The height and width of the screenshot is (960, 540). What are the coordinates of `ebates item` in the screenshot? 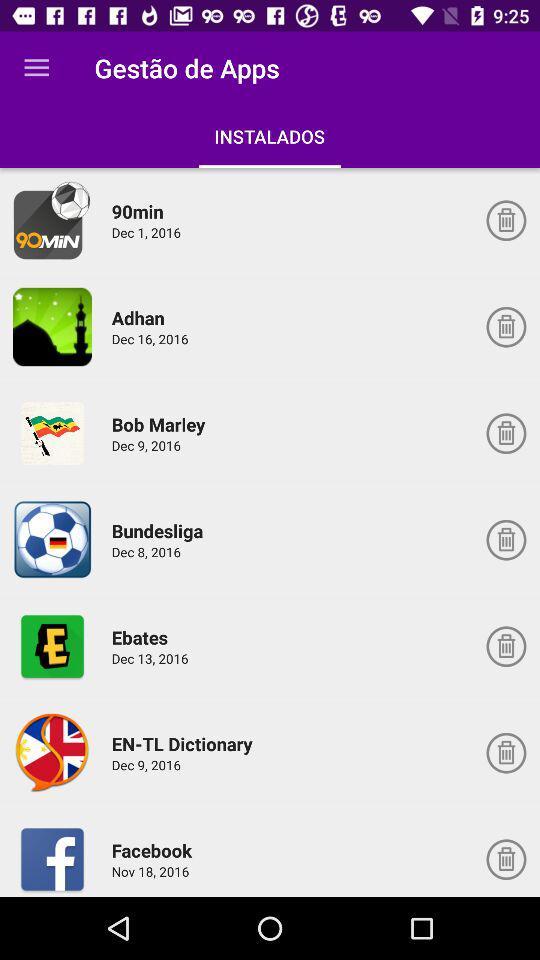 It's located at (142, 636).